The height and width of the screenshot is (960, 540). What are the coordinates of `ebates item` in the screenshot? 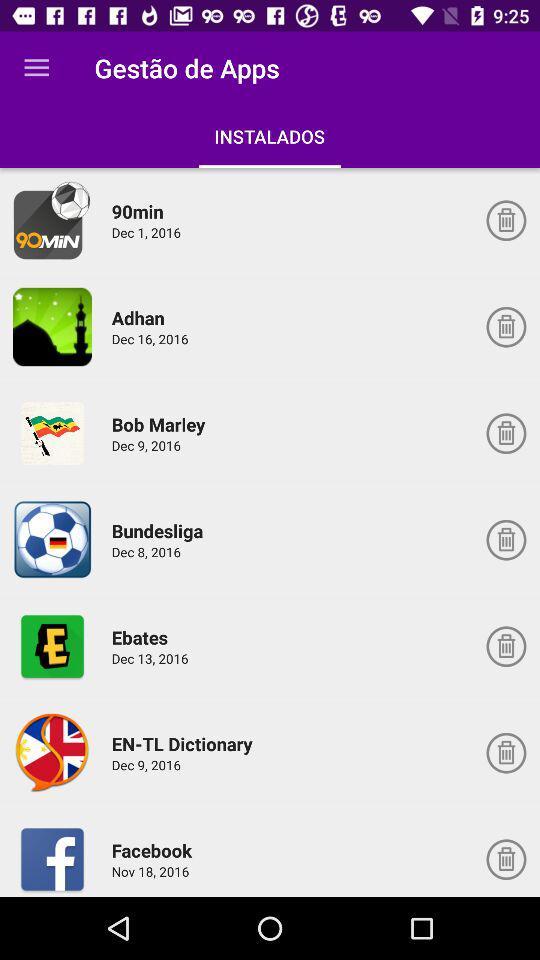 It's located at (142, 636).